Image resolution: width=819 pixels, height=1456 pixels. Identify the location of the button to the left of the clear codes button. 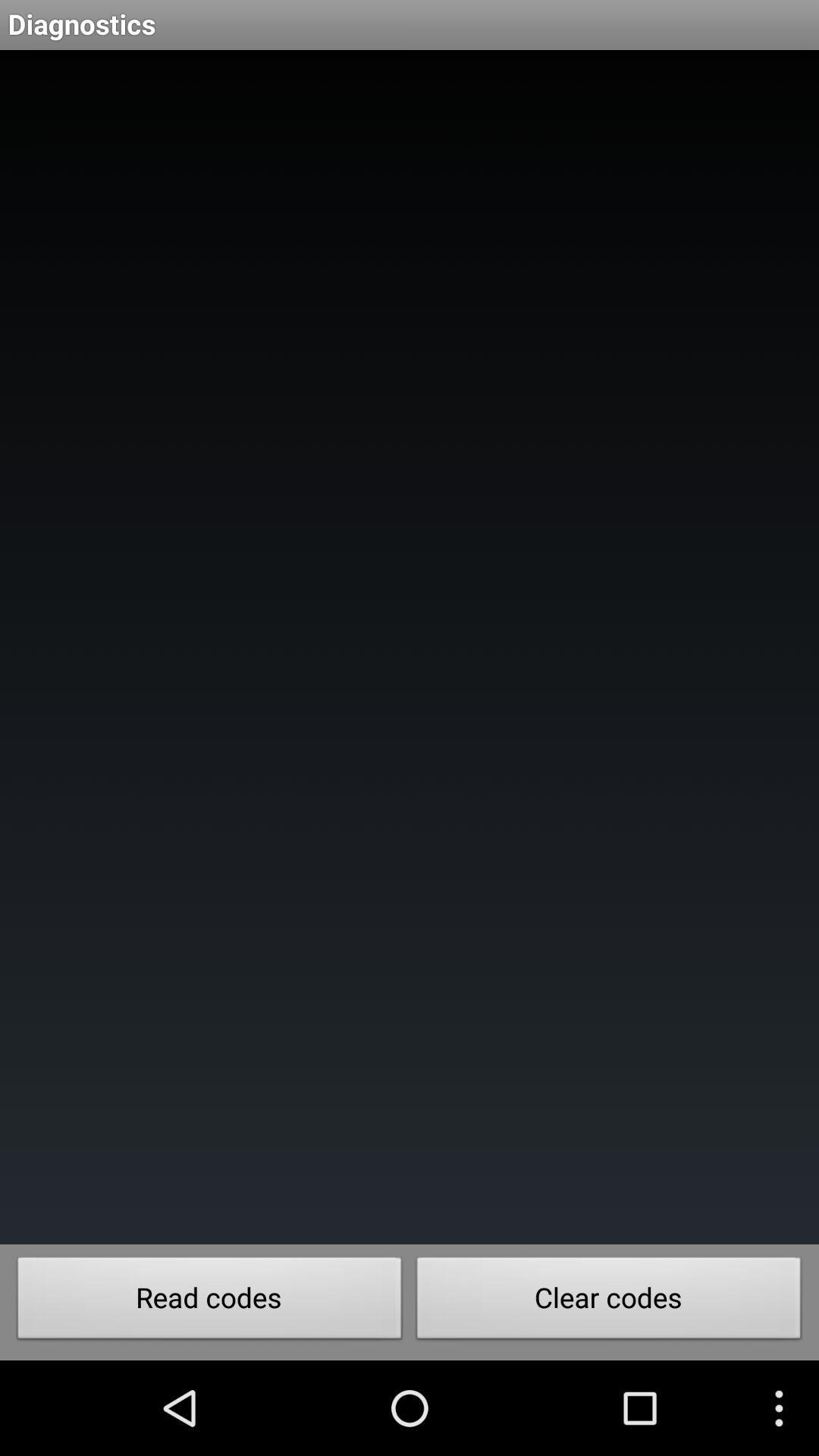
(209, 1301).